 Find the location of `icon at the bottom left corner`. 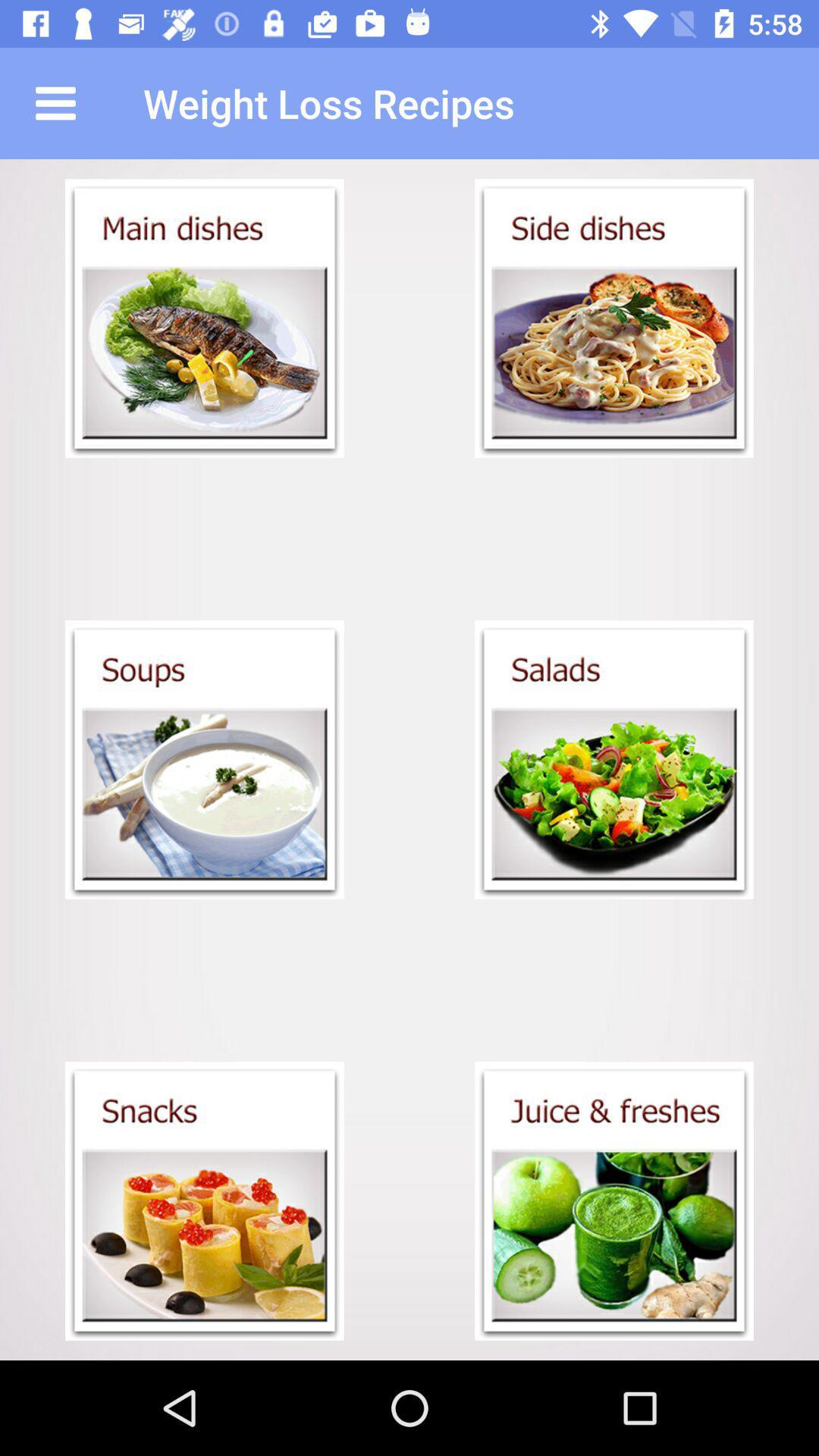

icon at the bottom left corner is located at coordinates (205, 1200).